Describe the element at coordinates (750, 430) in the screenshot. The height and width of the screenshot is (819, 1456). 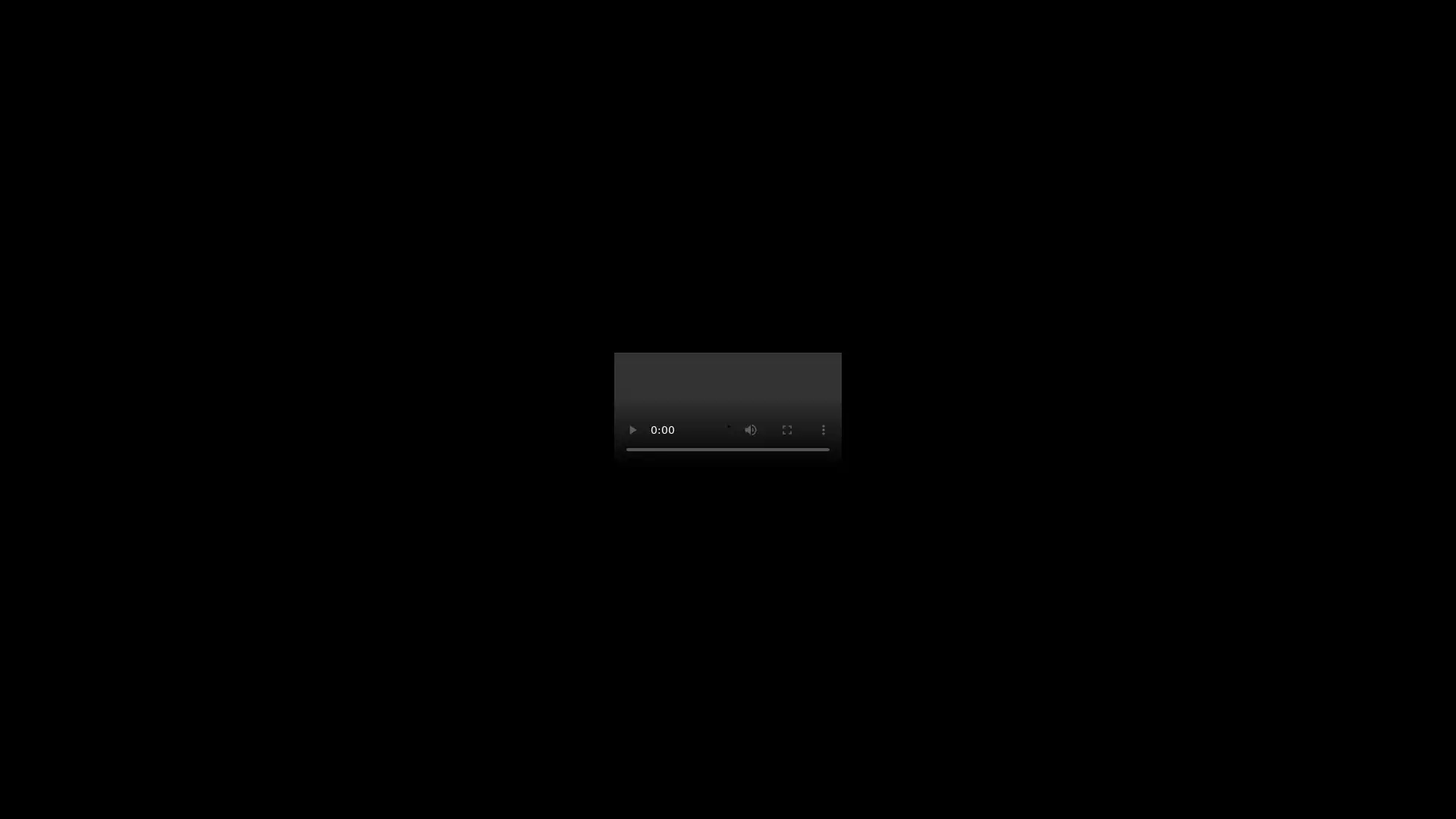
I see `mute` at that location.